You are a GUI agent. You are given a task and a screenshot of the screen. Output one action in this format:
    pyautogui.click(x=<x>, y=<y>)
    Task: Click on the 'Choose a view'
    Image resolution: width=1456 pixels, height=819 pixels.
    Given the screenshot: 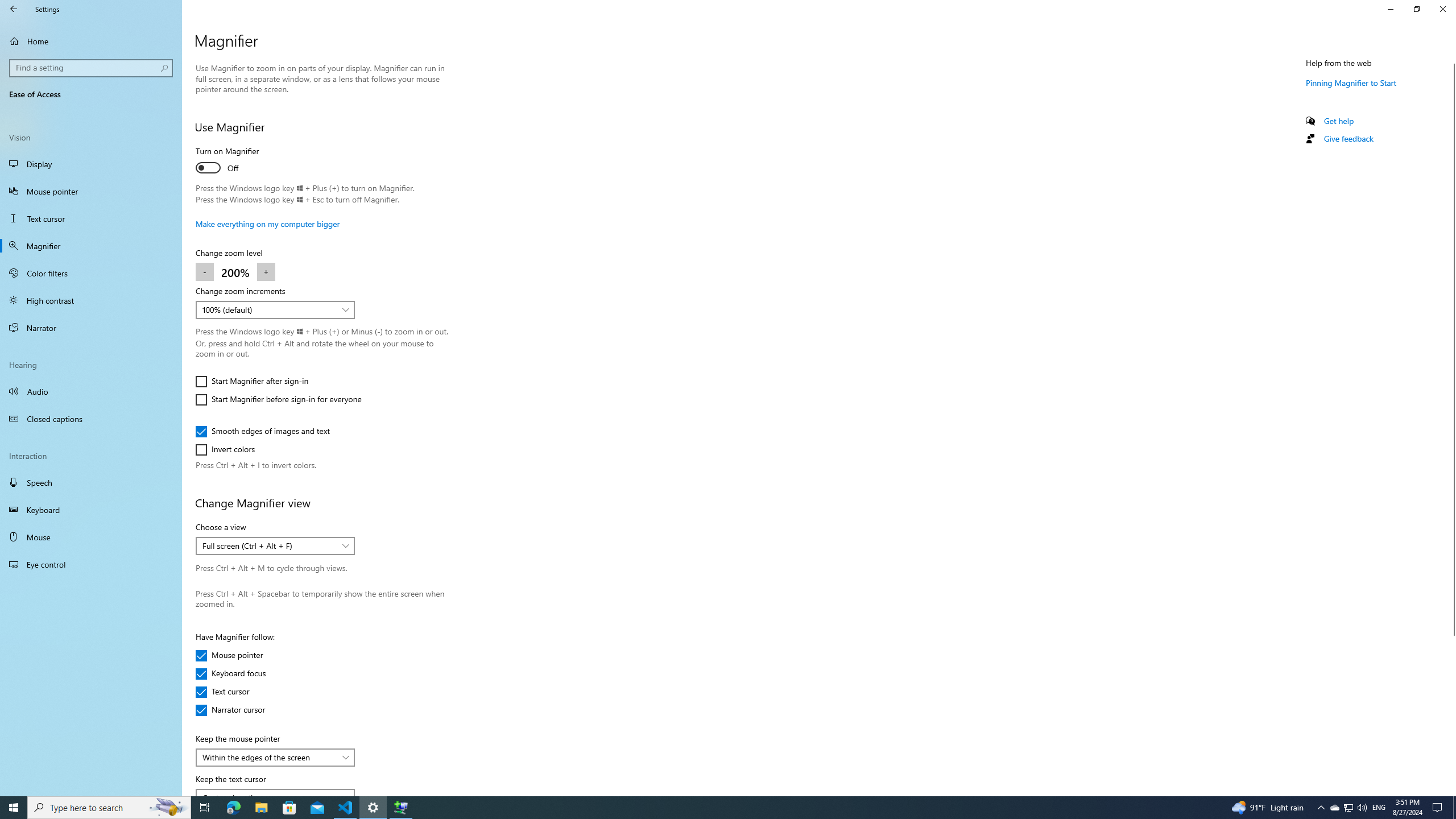 What is the action you would take?
    pyautogui.click(x=274, y=546)
    